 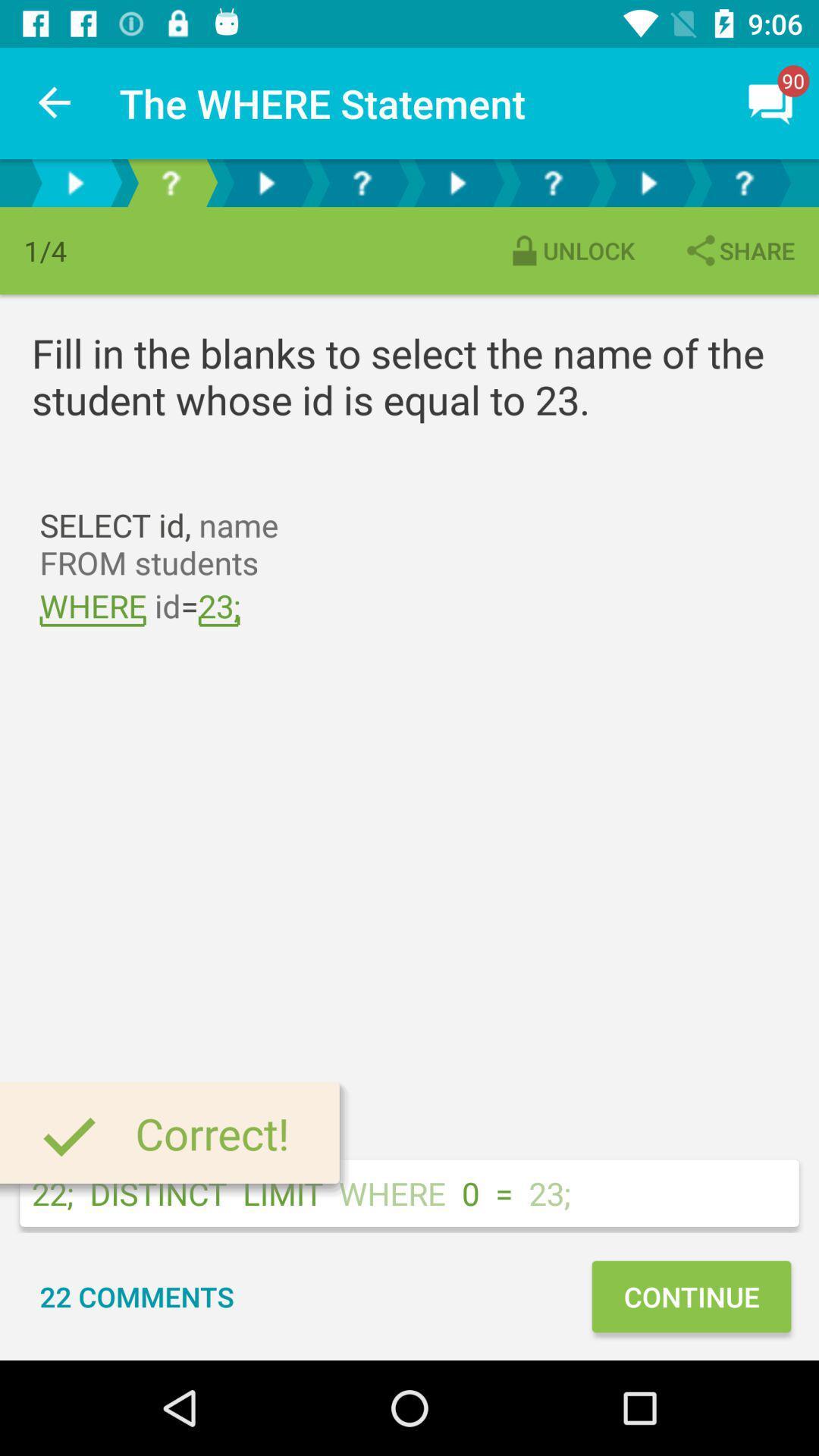 I want to click on the item next to the 22 comments item, so click(x=691, y=1295).